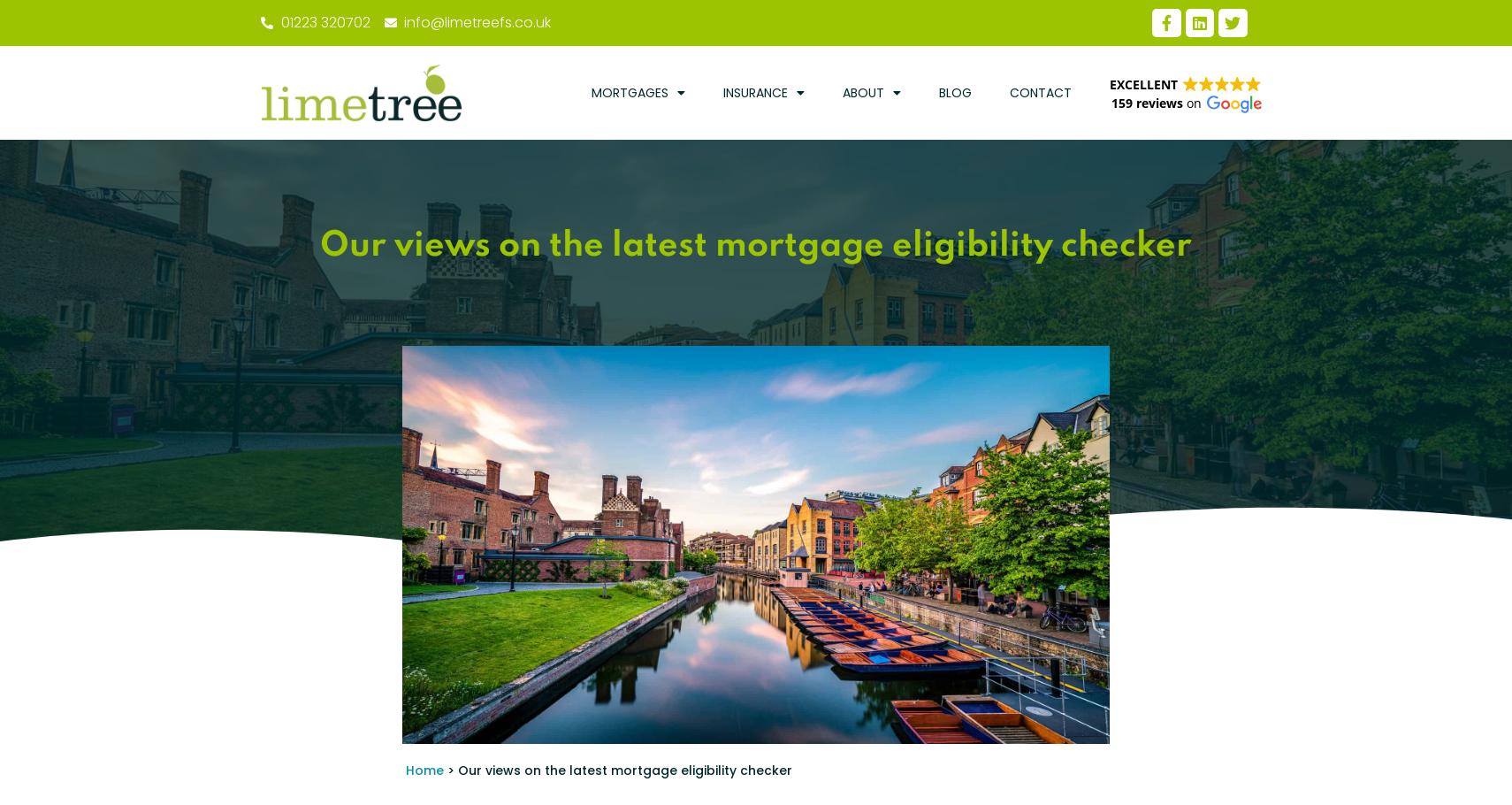 The image size is (1512, 805). I want to click on 'Phone', so click(305, 119).